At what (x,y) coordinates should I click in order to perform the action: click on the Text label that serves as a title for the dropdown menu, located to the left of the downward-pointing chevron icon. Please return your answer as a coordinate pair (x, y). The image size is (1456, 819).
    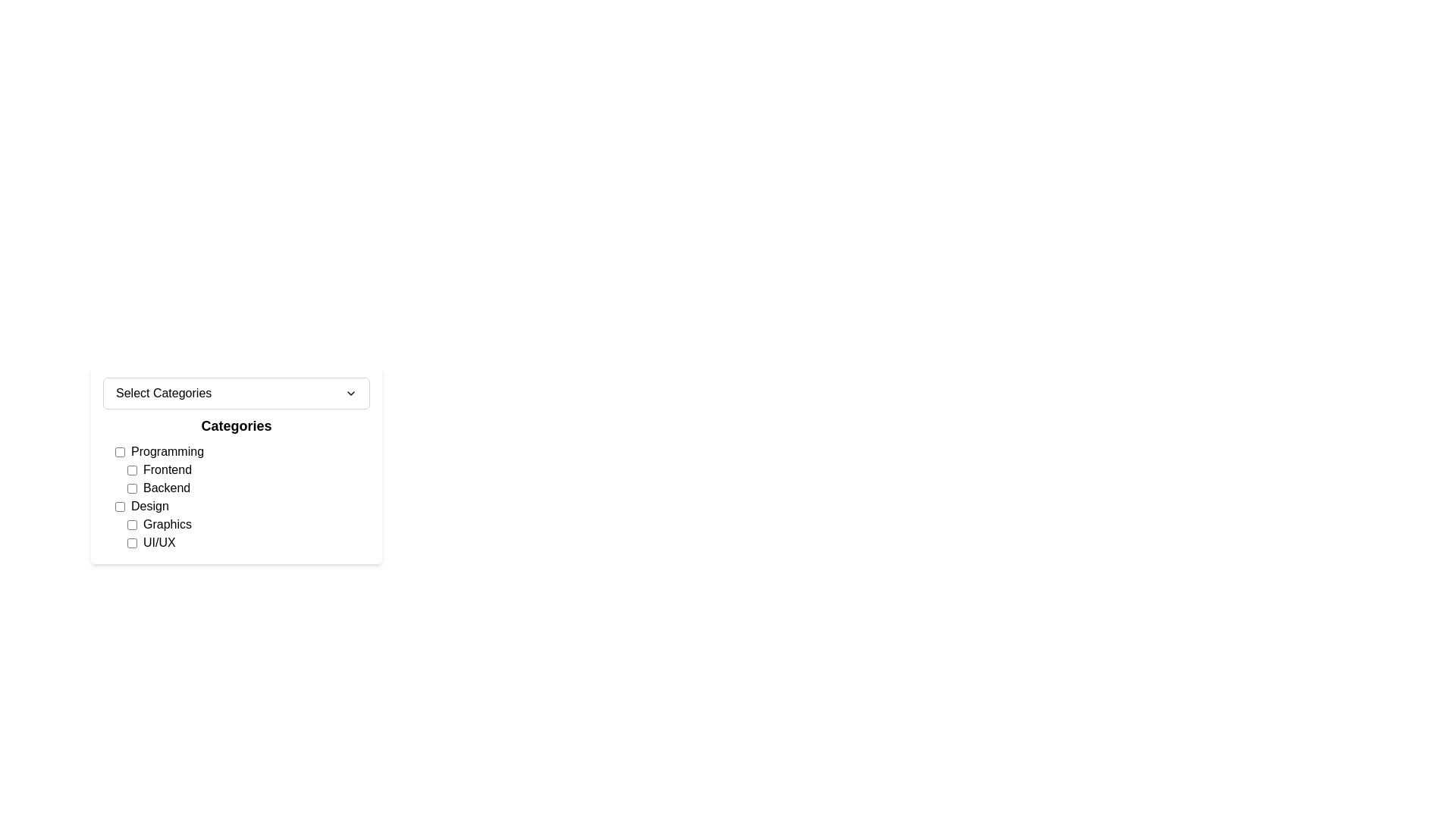
    Looking at the image, I should click on (164, 393).